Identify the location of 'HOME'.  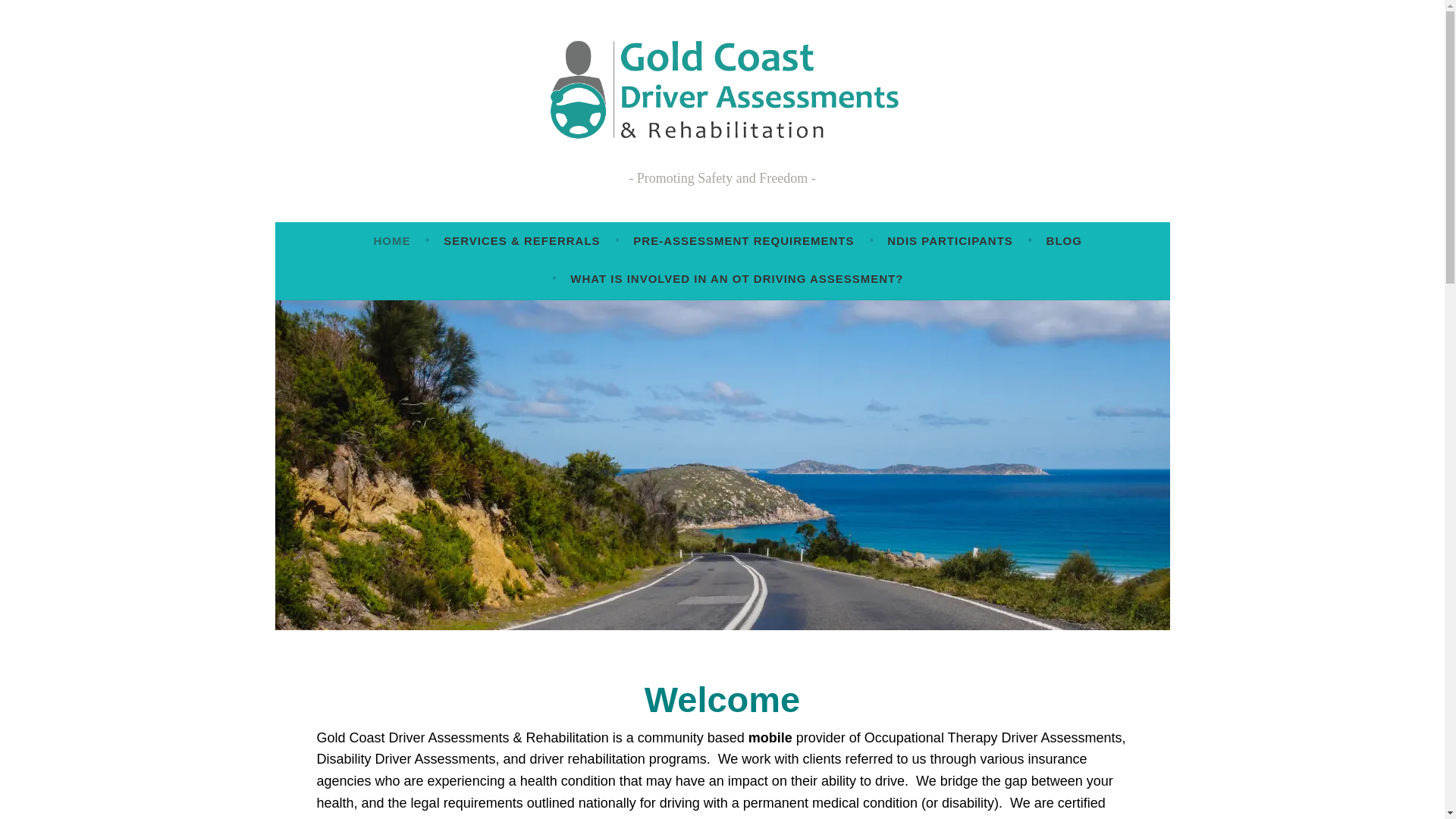
(372, 240).